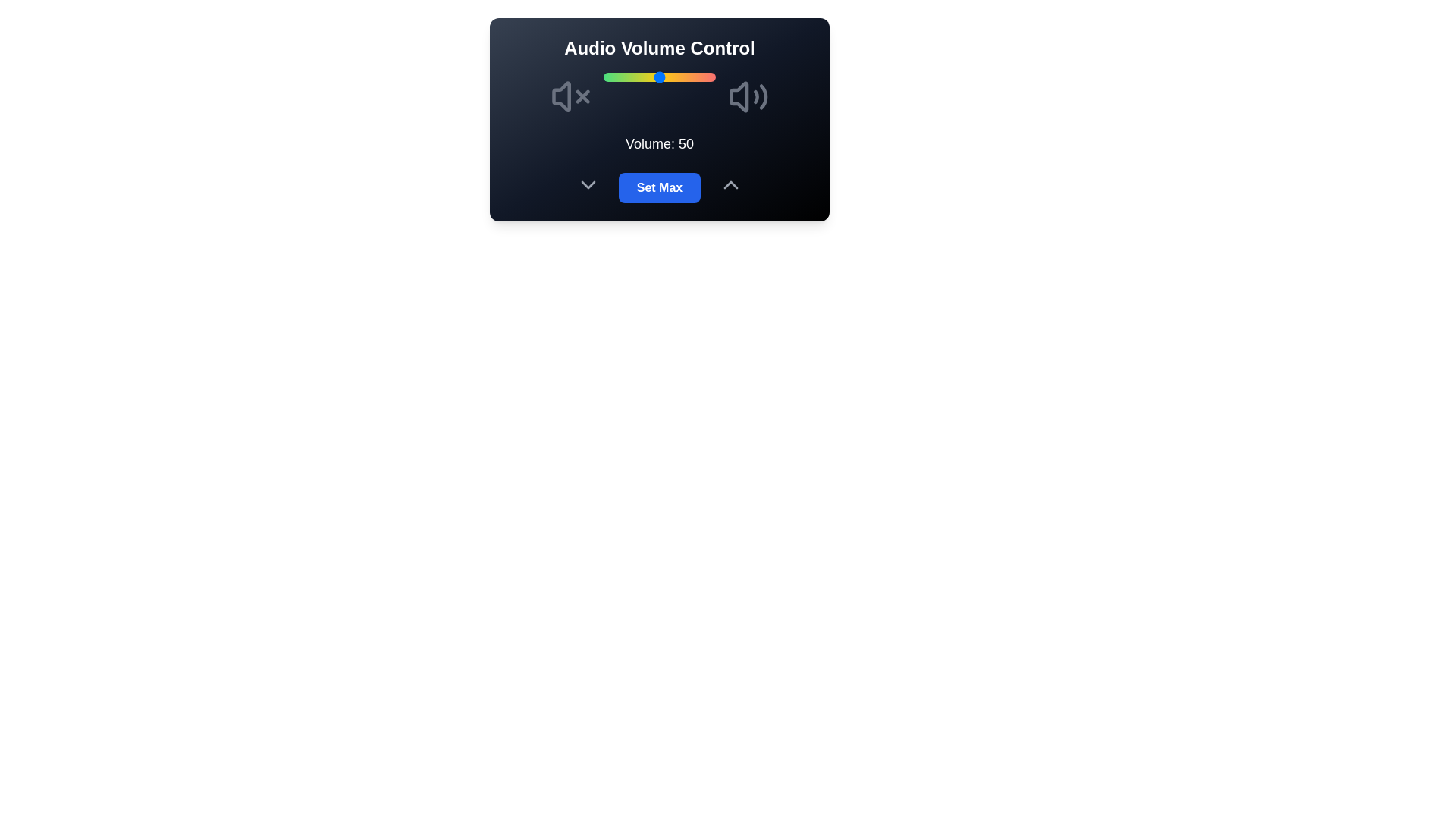  What do you see at coordinates (701, 77) in the screenshot?
I see `the volume slider to 88 percent` at bounding box center [701, 77].